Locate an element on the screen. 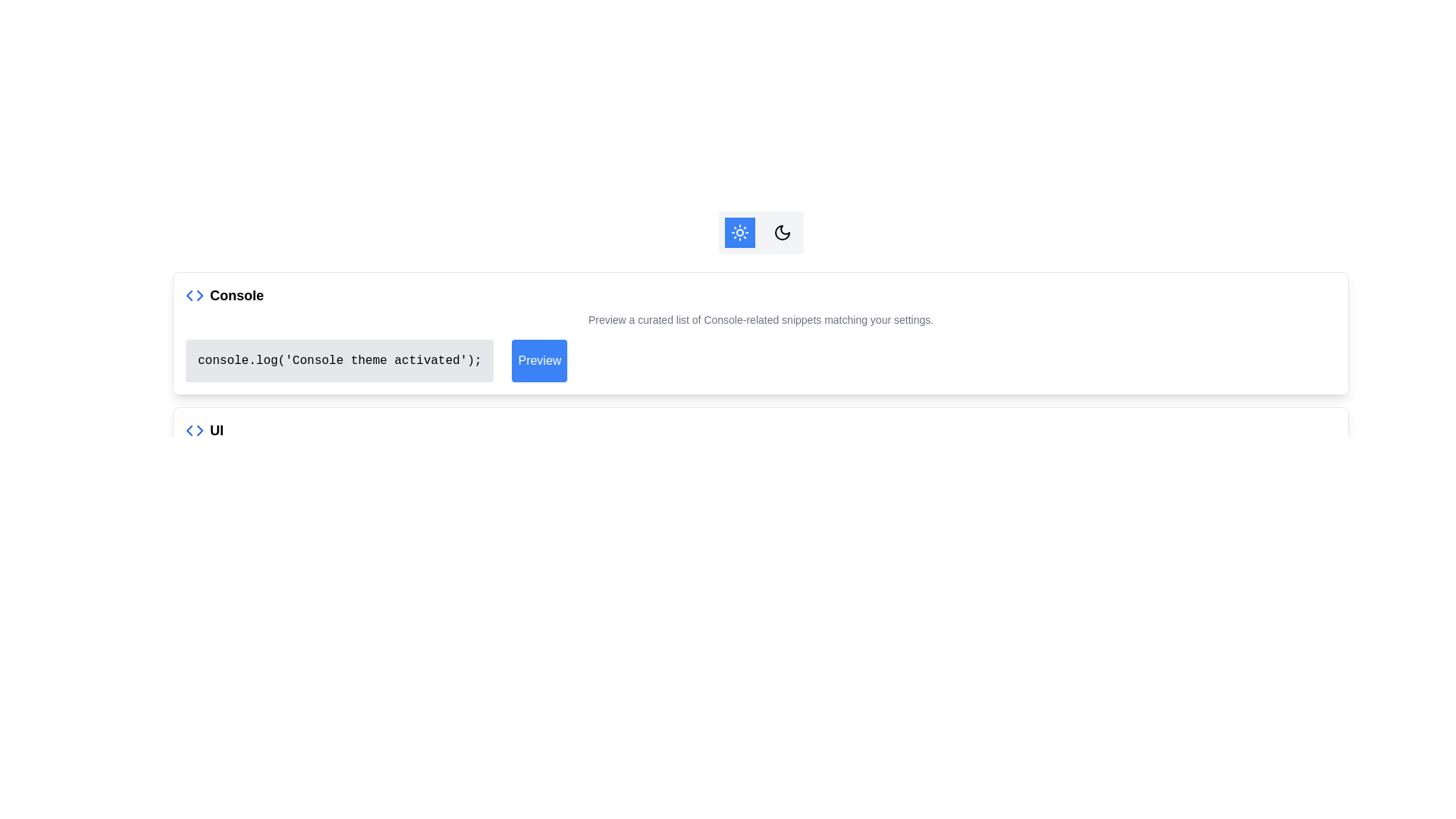  the icon button located in the top-center section of the interface, positioned to the right of the sun icon button is located at coordinates (782, 233).